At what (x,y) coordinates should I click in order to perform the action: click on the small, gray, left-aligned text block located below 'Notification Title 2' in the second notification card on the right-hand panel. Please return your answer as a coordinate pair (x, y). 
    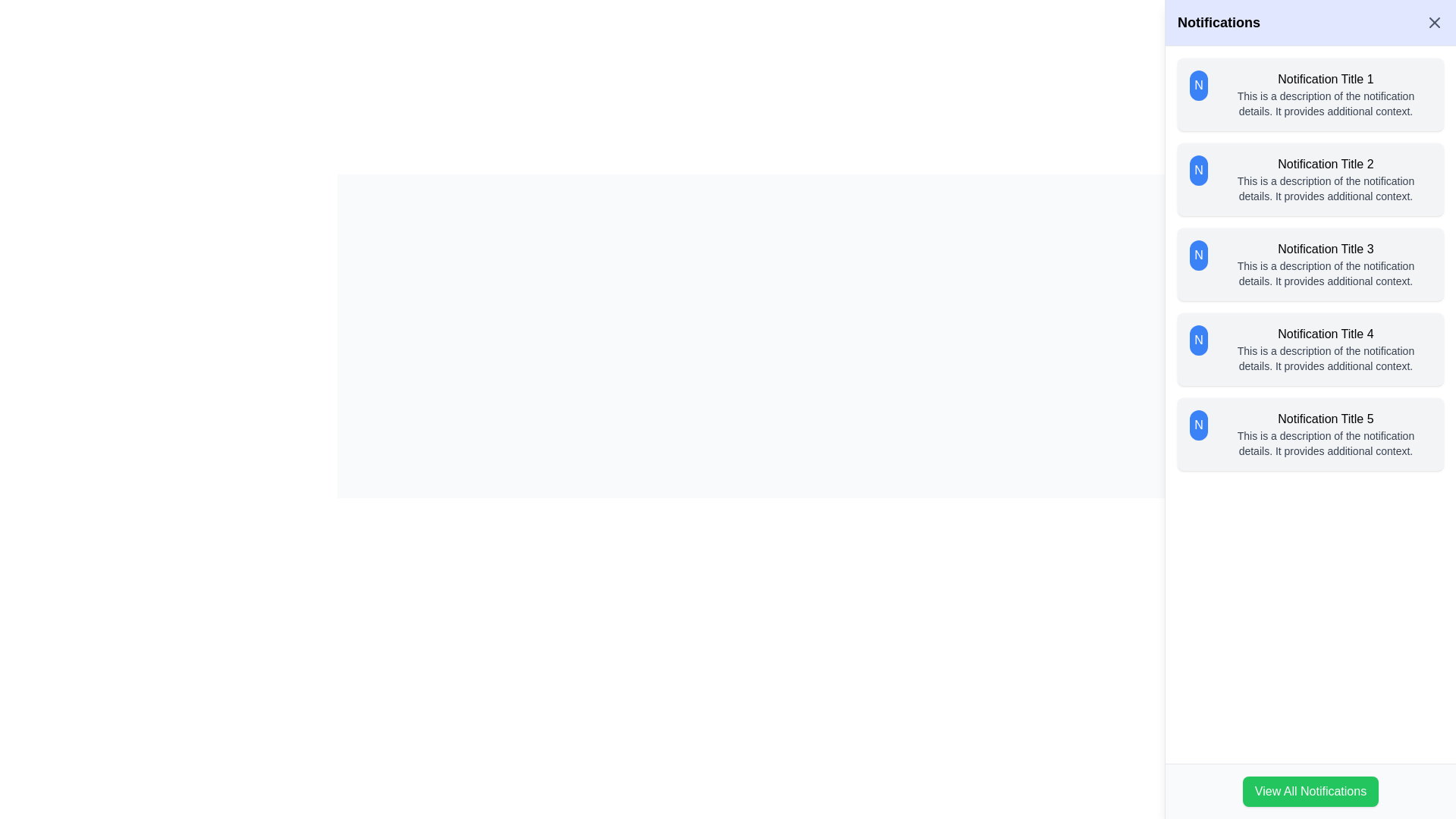
    Looking at the image, I should click on (1325, 188).